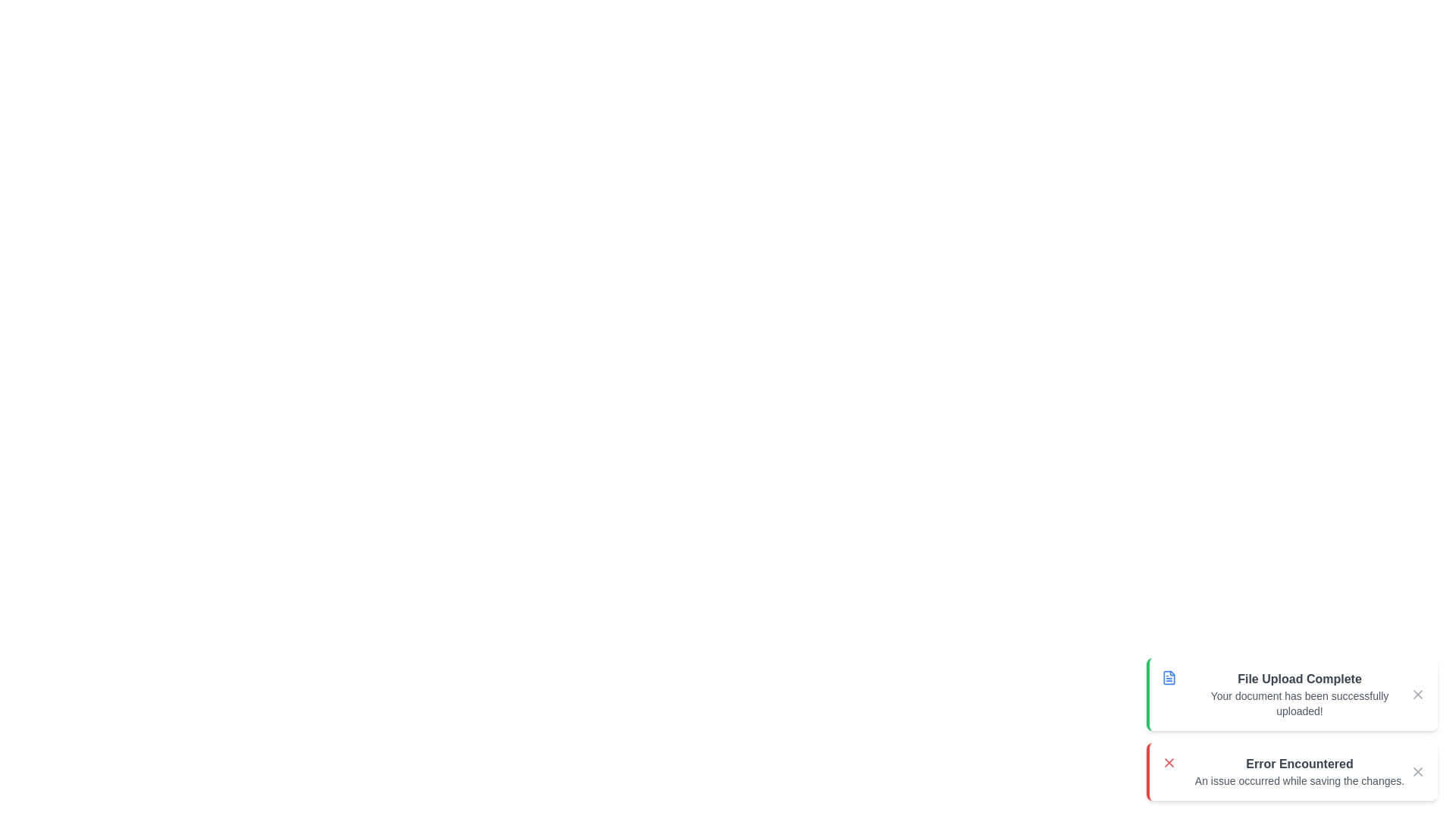  Describe the element at coordinates (1168, 763) in the screenshot. I see `the notification icon for error` at that location.